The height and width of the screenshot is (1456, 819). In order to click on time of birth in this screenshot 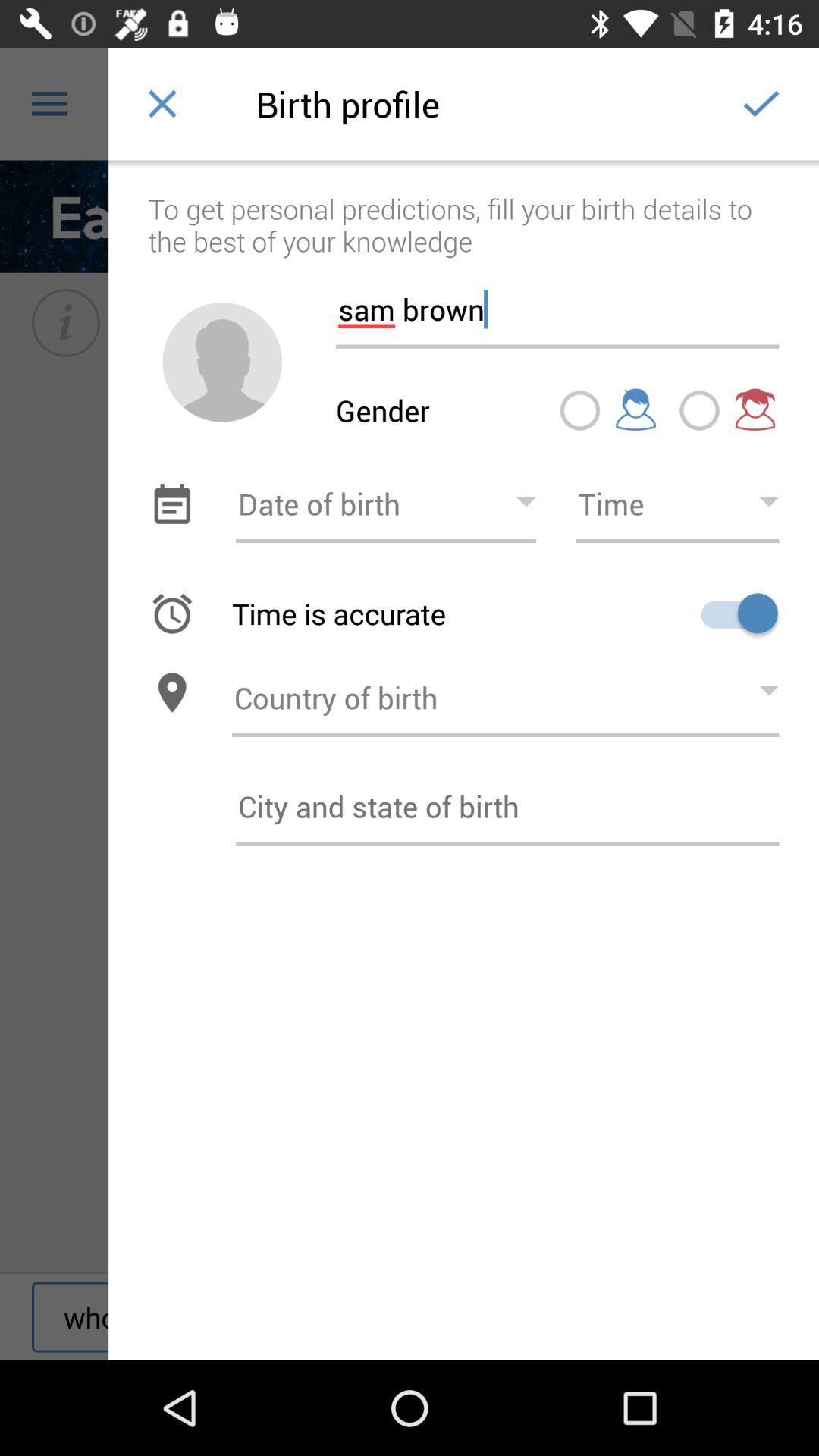, I will do `click(676, 504)`.